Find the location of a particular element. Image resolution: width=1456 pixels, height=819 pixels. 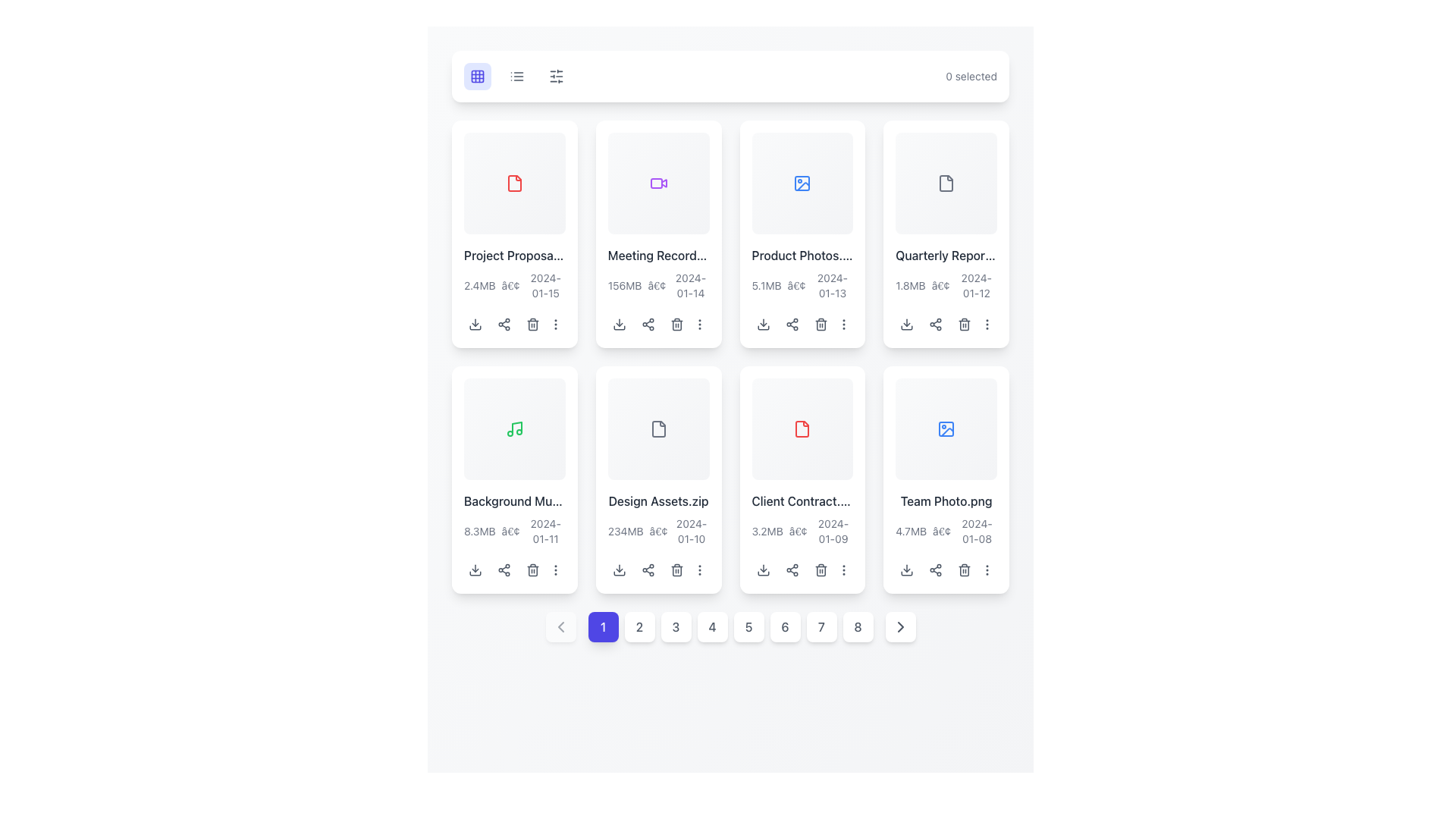

the vertical ellipsis icon located at the far right of the interactive icons row is located at coordinates (987, 323).